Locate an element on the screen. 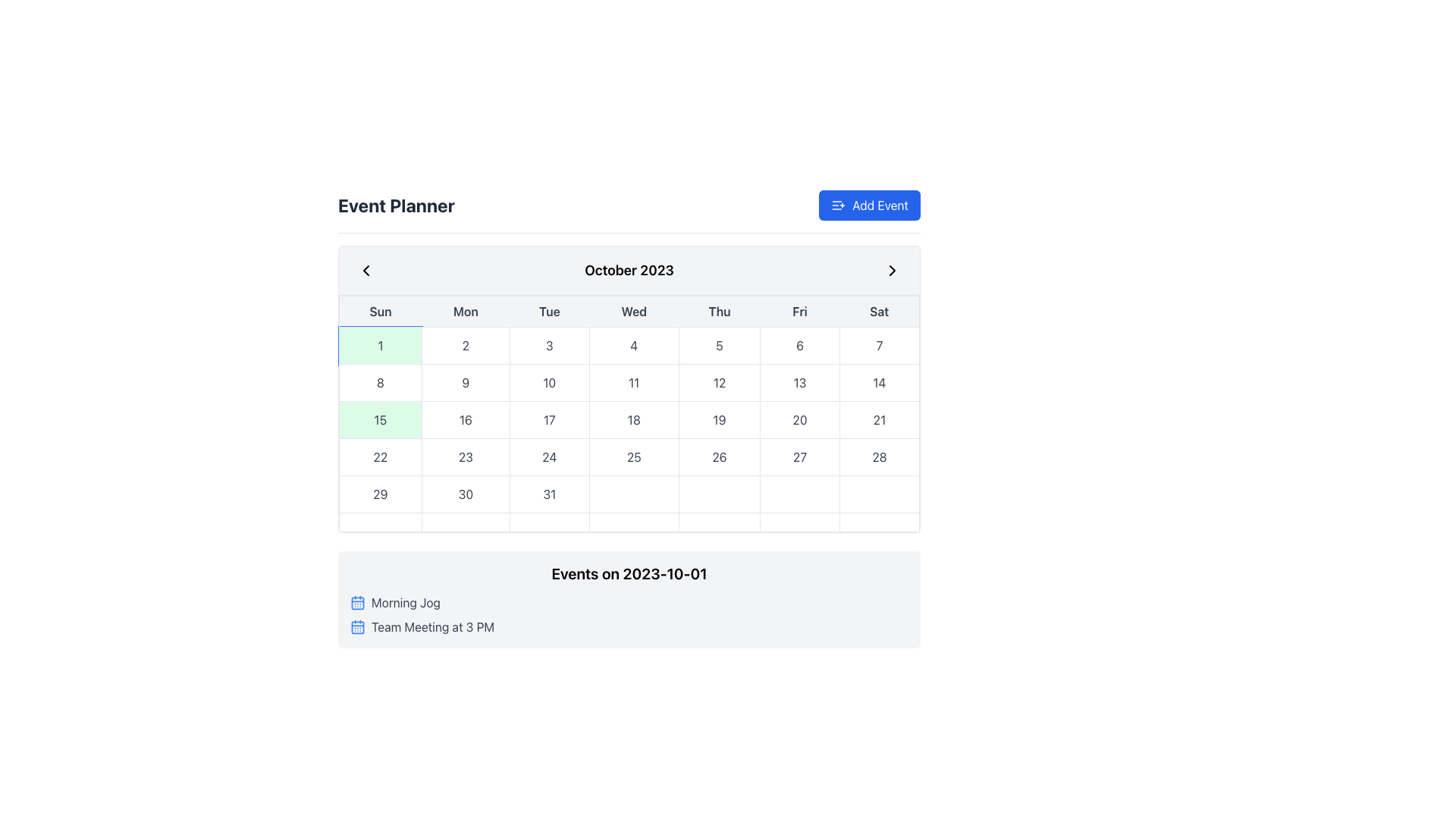 The height and width of the screenshot is (819, 1456). the Static Text Label displaying 'Mon' within the row of day abbreviations in the calendar component is located at coordinates (465, 311).